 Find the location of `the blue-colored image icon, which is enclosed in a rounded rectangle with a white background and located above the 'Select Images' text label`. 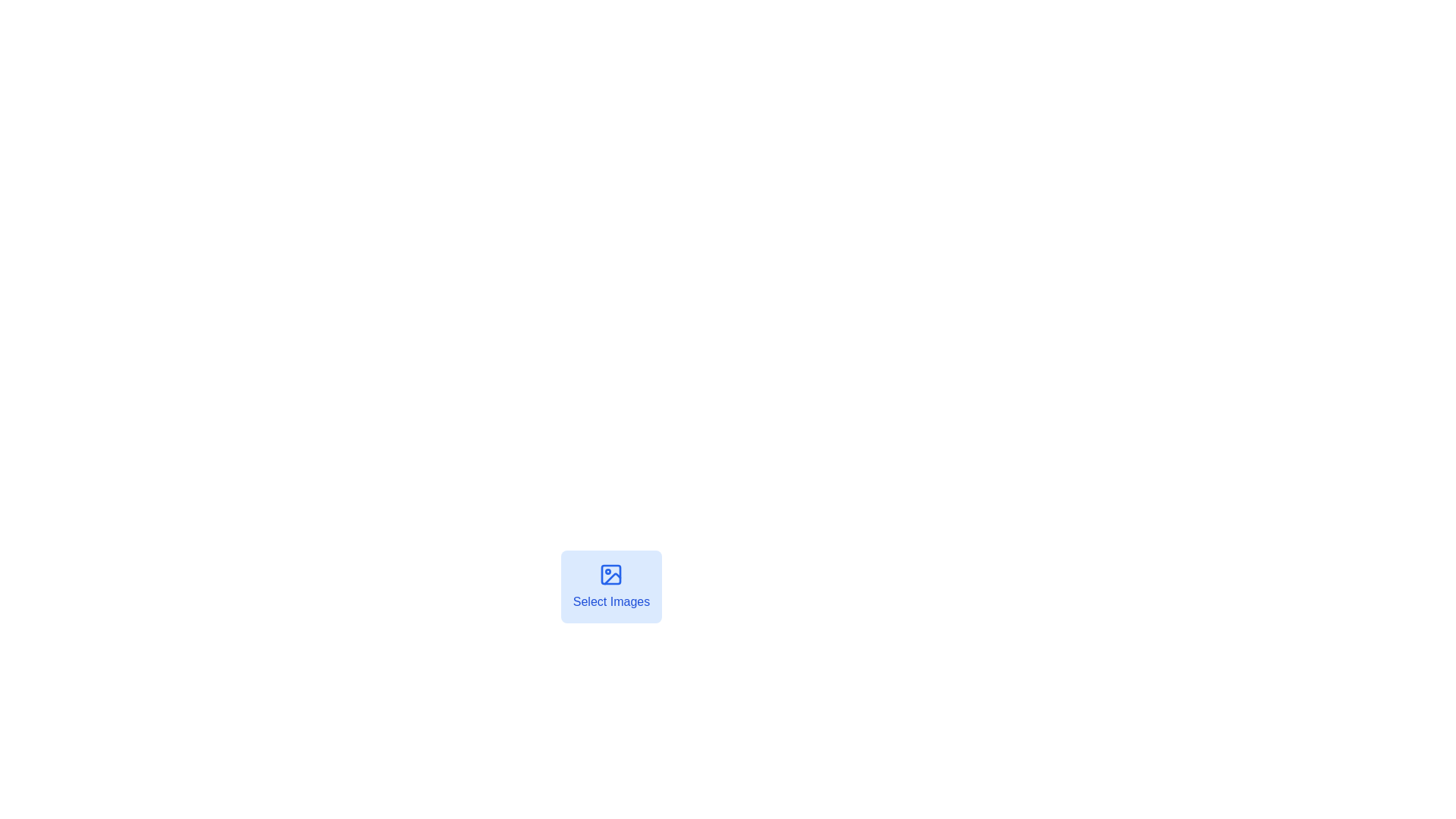

the blue-colored image icon, which is enclosed in a rounded rectangle with a white background and located above the 'Select Images' text label is located at coordinates (611, 575).